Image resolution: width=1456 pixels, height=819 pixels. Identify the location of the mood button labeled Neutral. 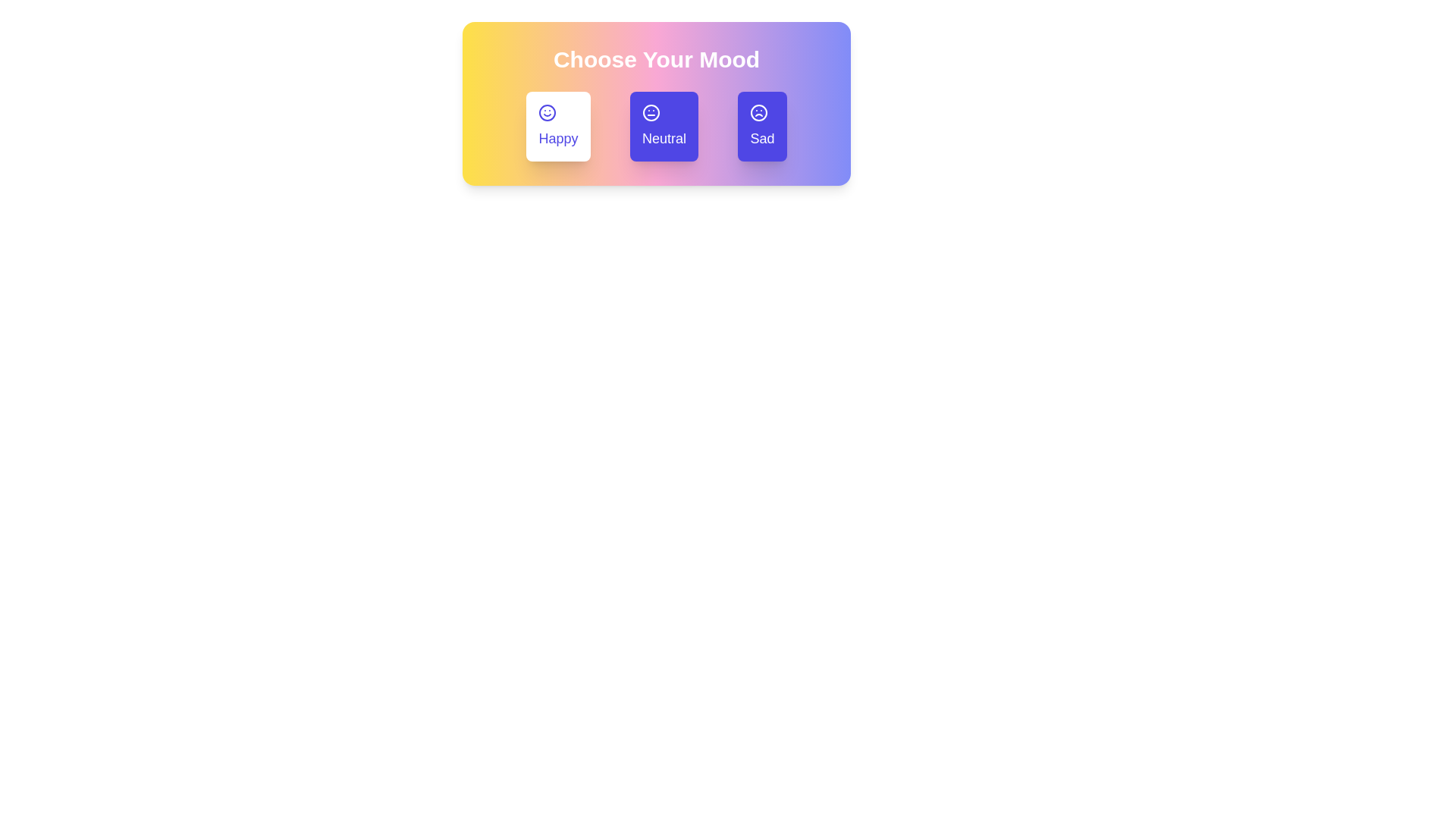
(664, 125).